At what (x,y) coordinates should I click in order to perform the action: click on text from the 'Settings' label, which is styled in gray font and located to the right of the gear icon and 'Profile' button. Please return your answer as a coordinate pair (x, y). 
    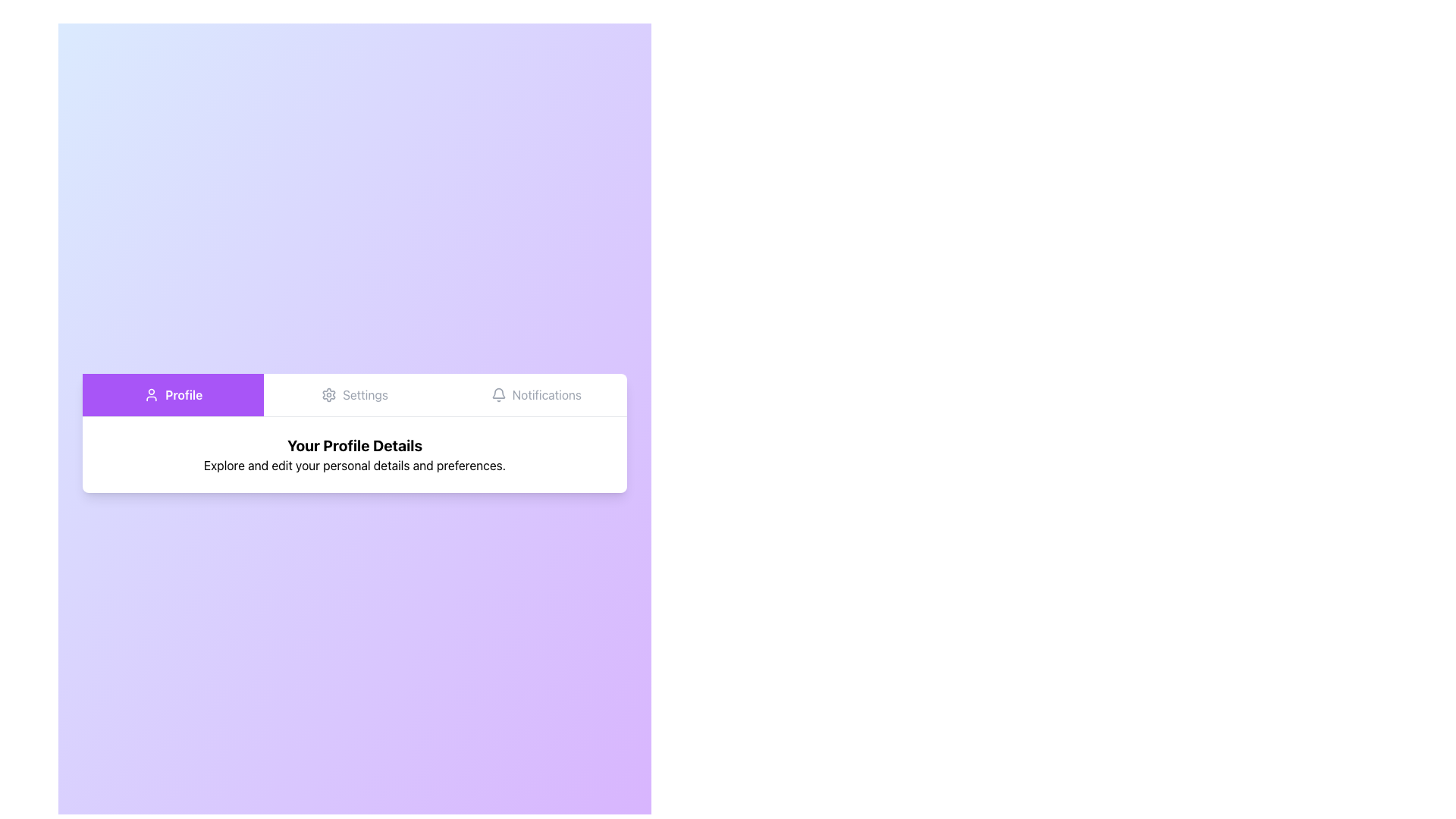
    Looking at the image, I should click on (365, 394).